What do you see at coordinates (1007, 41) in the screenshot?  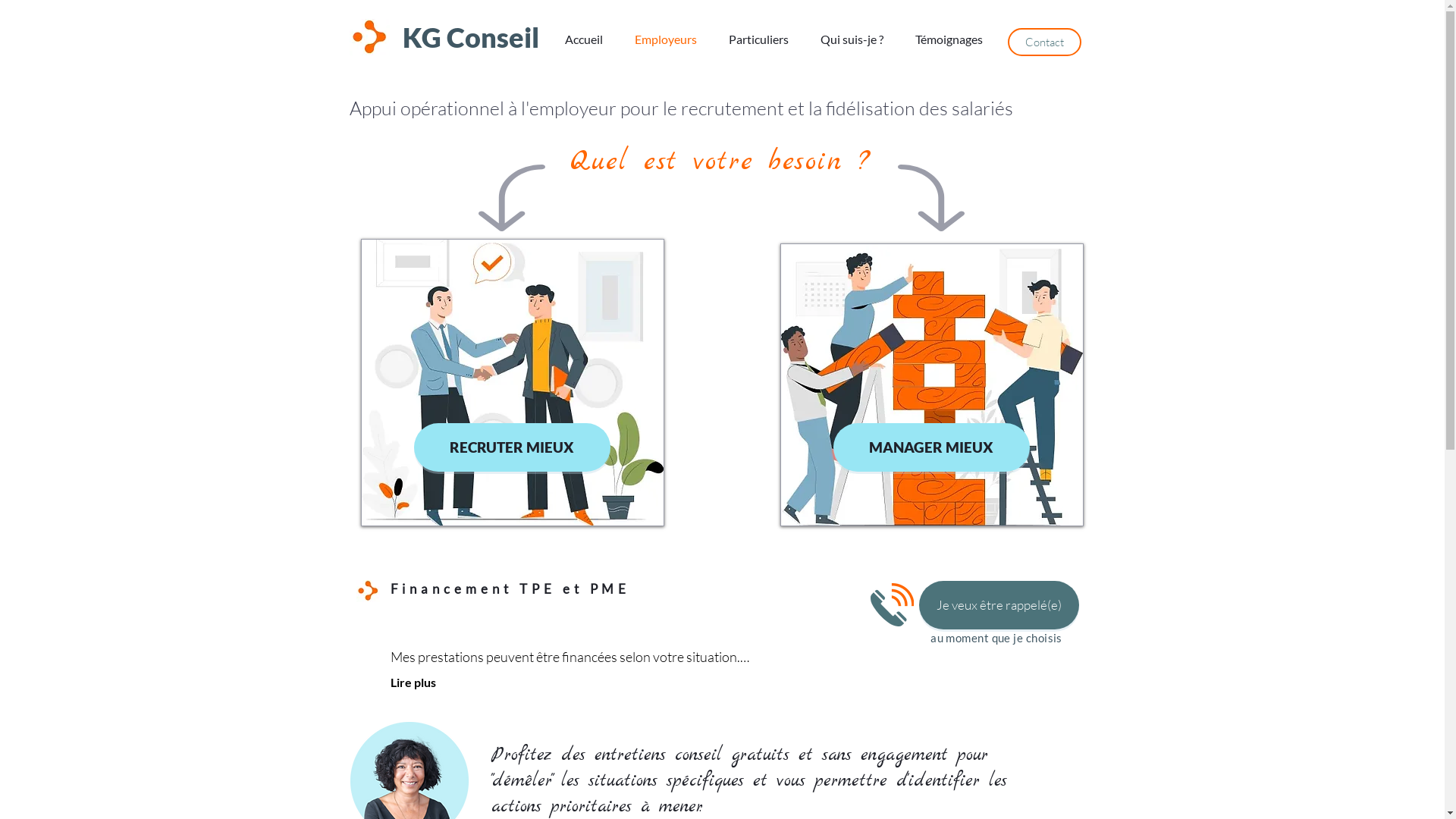 I see `'Contact'` at bounding box center [1007, 41].